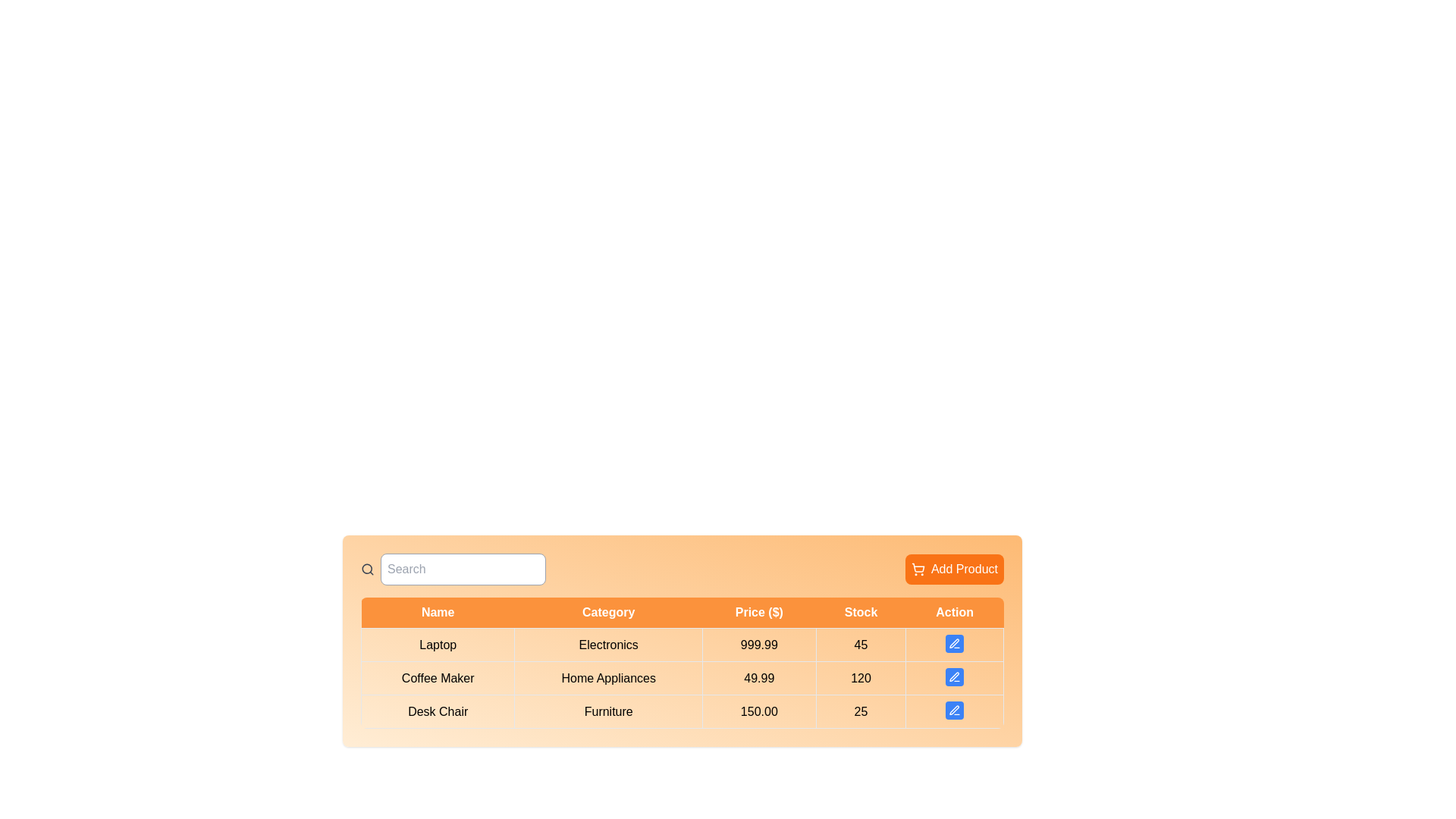 The width and height of the screenshot is (1456, 819). What do you see at coordinates (954, 612) in the screenshot?
I see `text label located in the top-right corner of the table header row, which serves as the header for the fifth column, to gather information` at bounding box center [954, 612].